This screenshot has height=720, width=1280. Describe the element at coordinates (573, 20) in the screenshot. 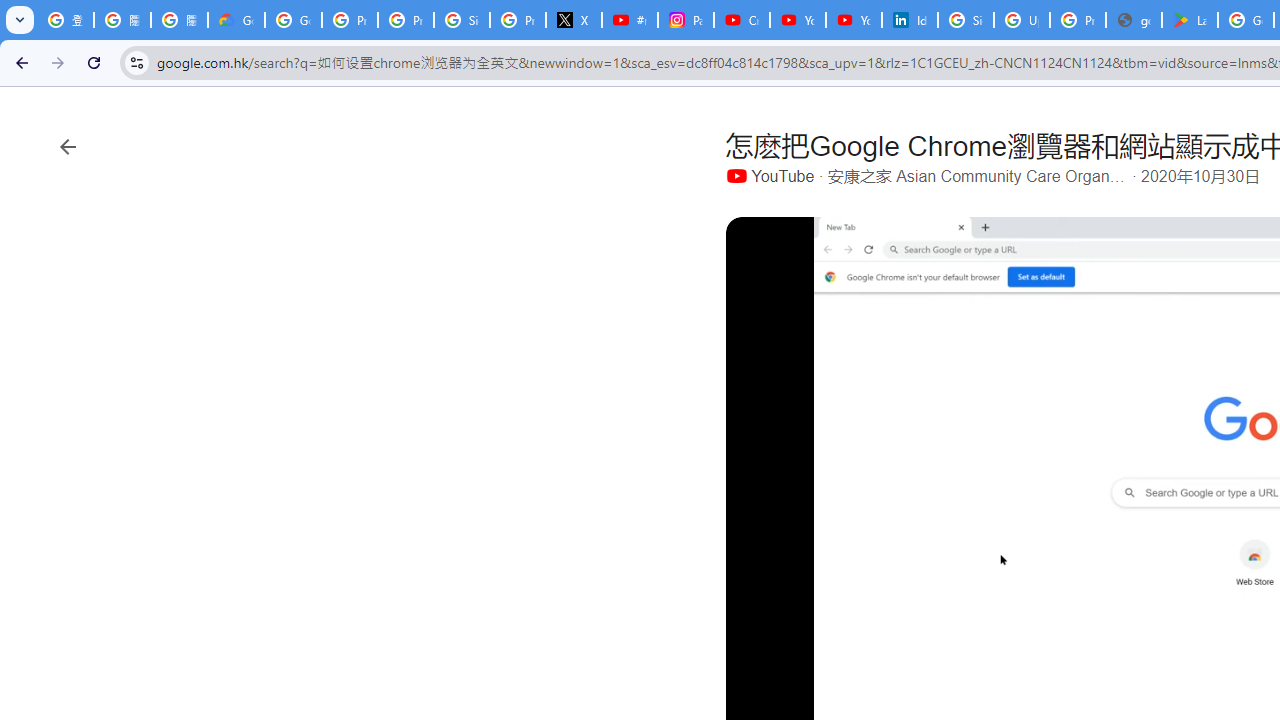

I see `'X'` at that location.